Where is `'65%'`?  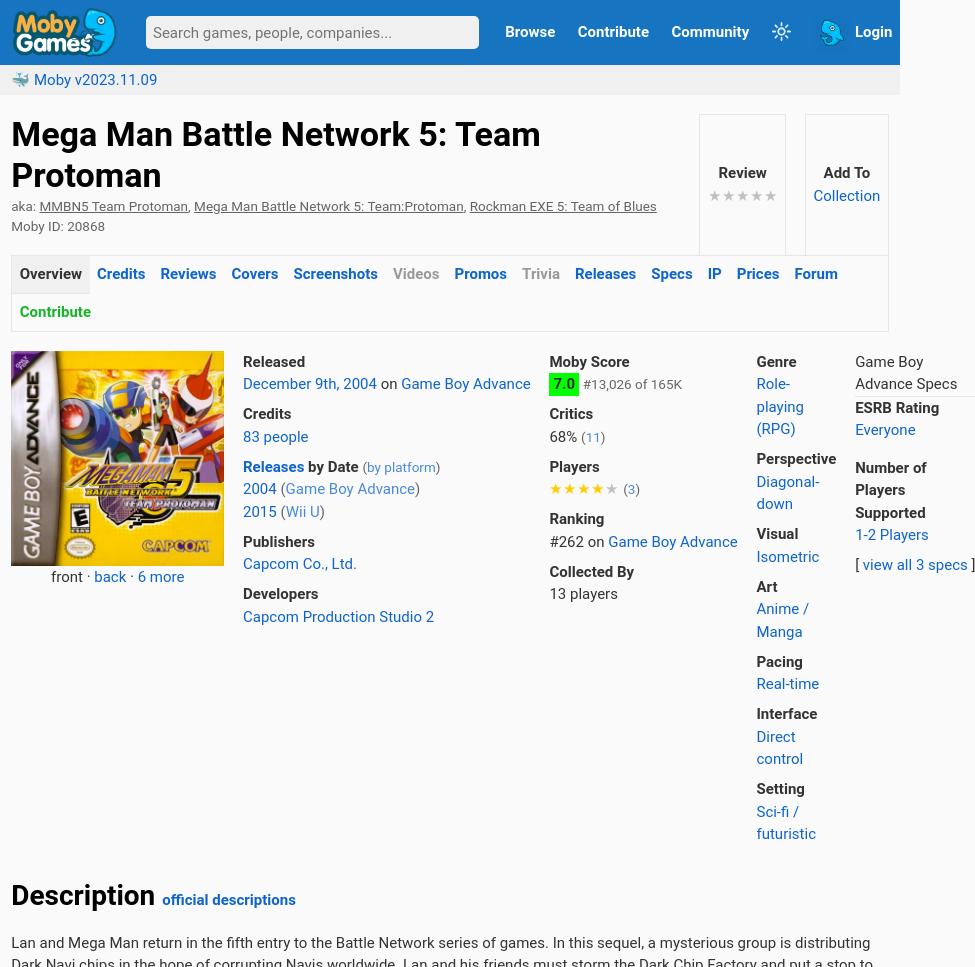 '65%' is located at coordinates (464, 375).